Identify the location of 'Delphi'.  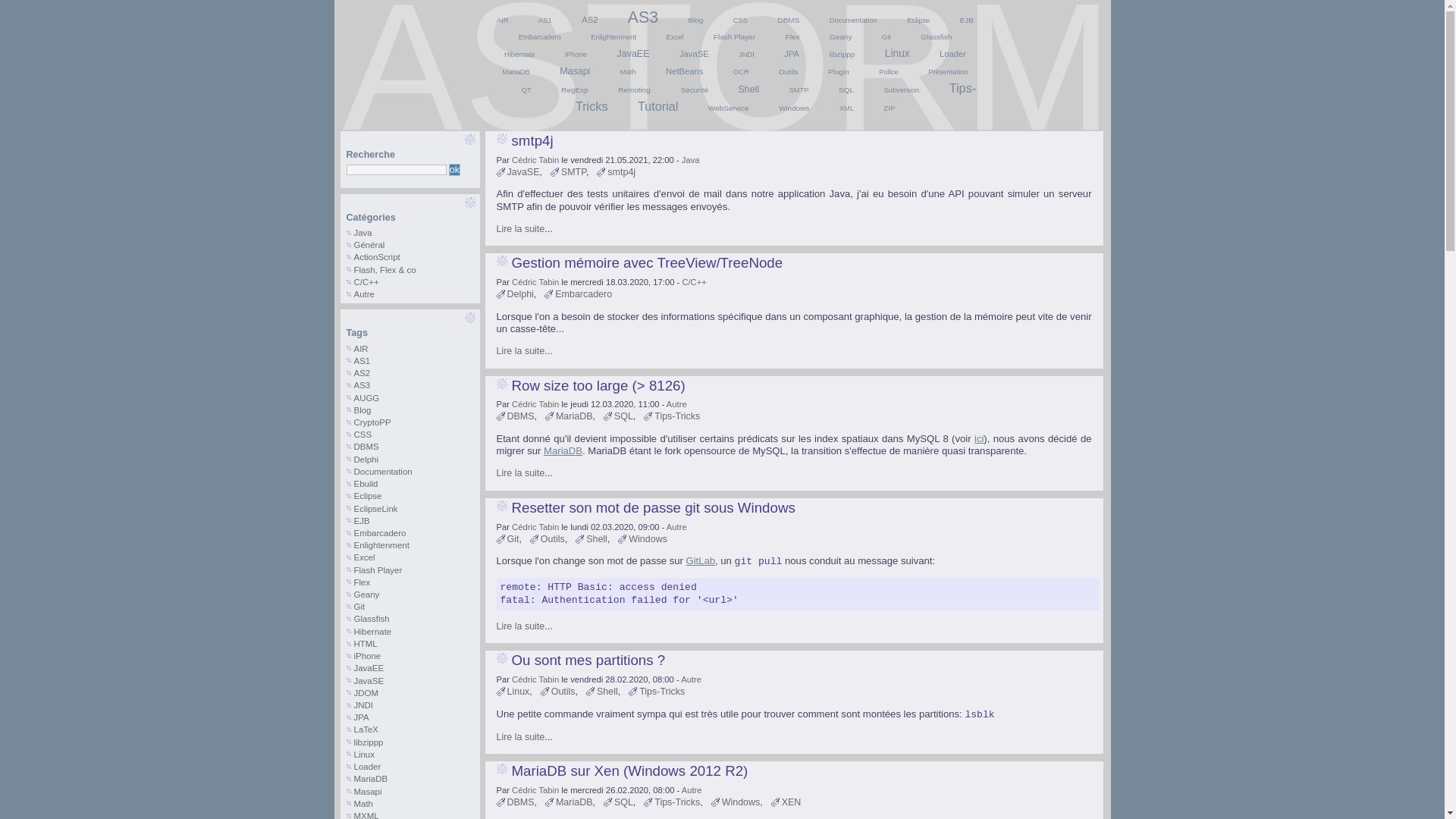
(519, 294).